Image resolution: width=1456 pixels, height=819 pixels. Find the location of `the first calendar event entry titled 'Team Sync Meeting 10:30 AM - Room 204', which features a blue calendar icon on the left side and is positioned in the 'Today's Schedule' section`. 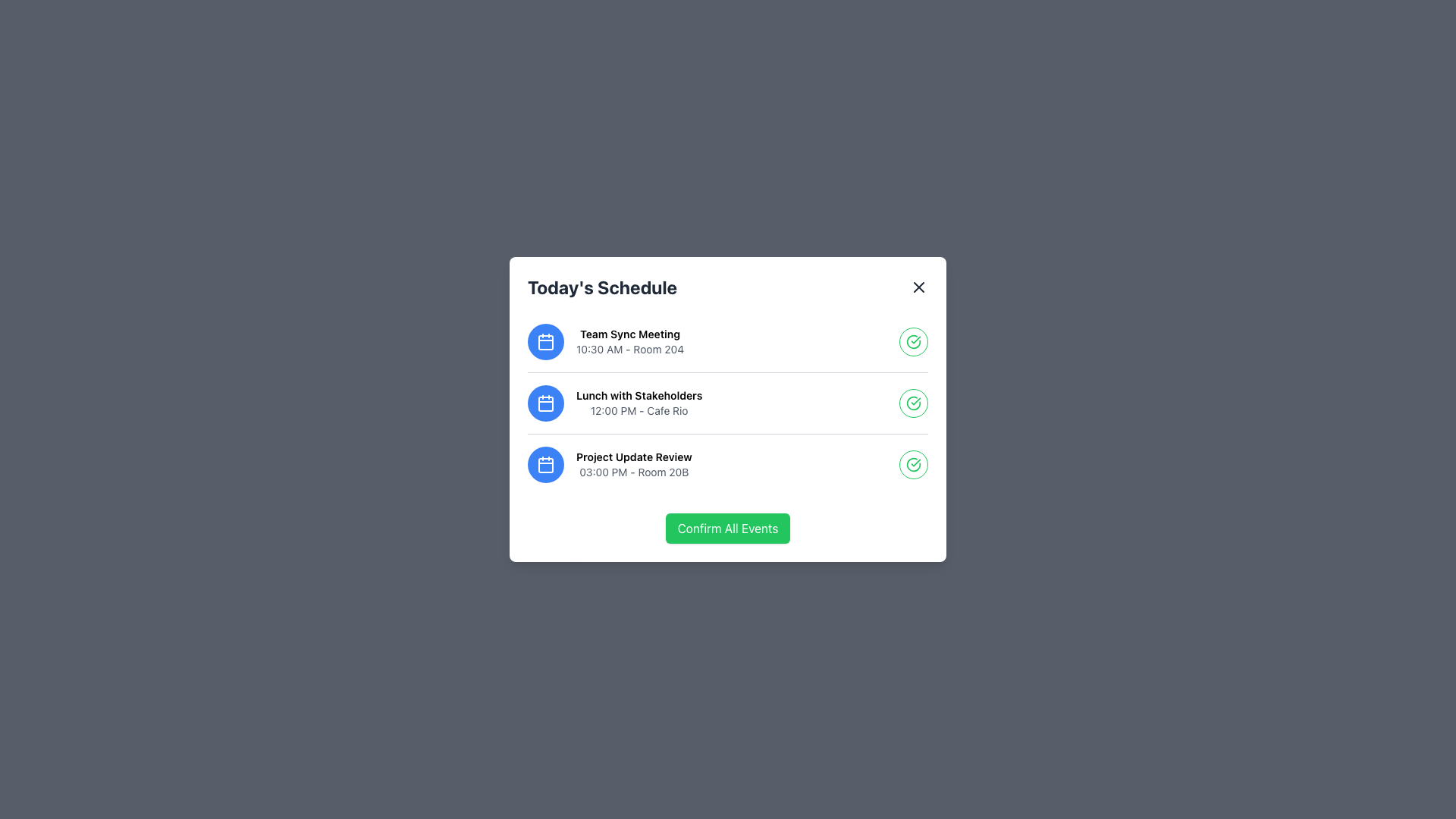

the first calendar event entry titled 'Team Sync Meeting 10:30 AM - Room 204', which features a blue calendar icon on the left side and is positioned in the 'Today's Schedule' section is located at coordinates (605, 342).